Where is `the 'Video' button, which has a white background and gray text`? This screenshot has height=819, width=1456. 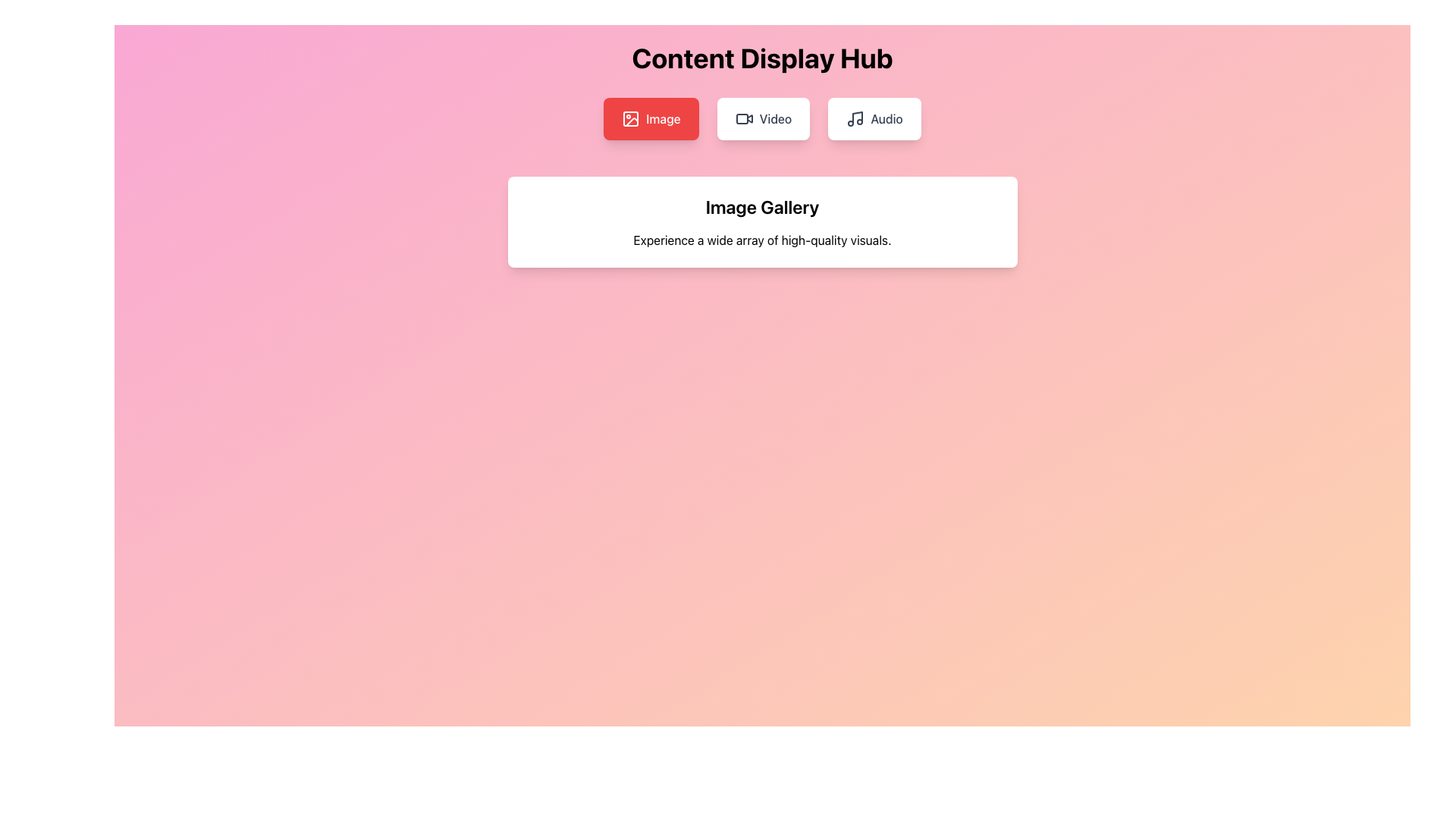
the 'Video' button, which has a white background and gray text is located at coordinates (764, 118).